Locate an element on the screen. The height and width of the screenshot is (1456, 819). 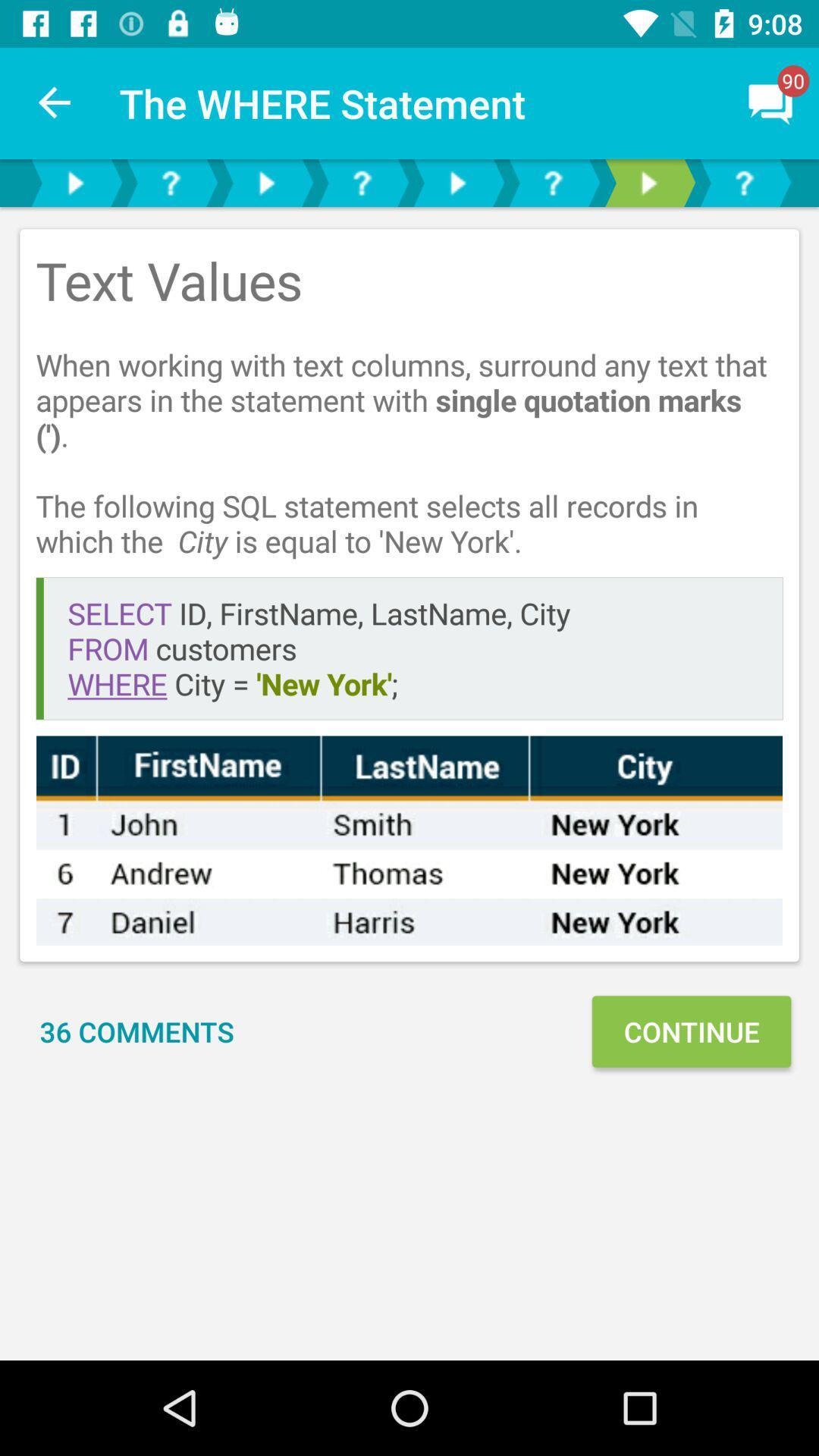
next page is located at coordinates (265, 182).